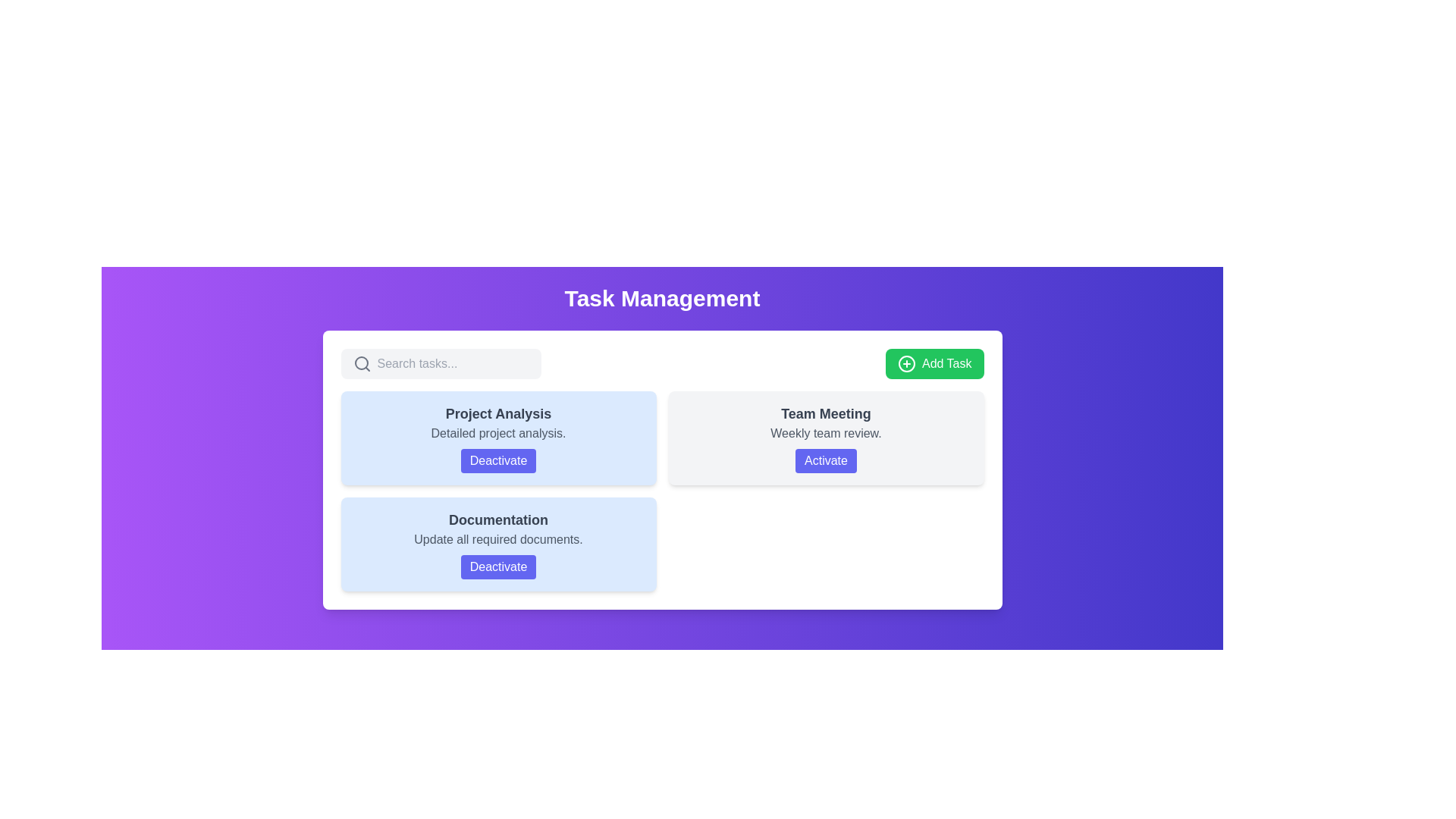 The image size is (1456, 819). I want to click on the indigo 'Deactivate' button with white text, located in the 'Documentation' card below the 'Update all required documents.' text, so click(498, 567).